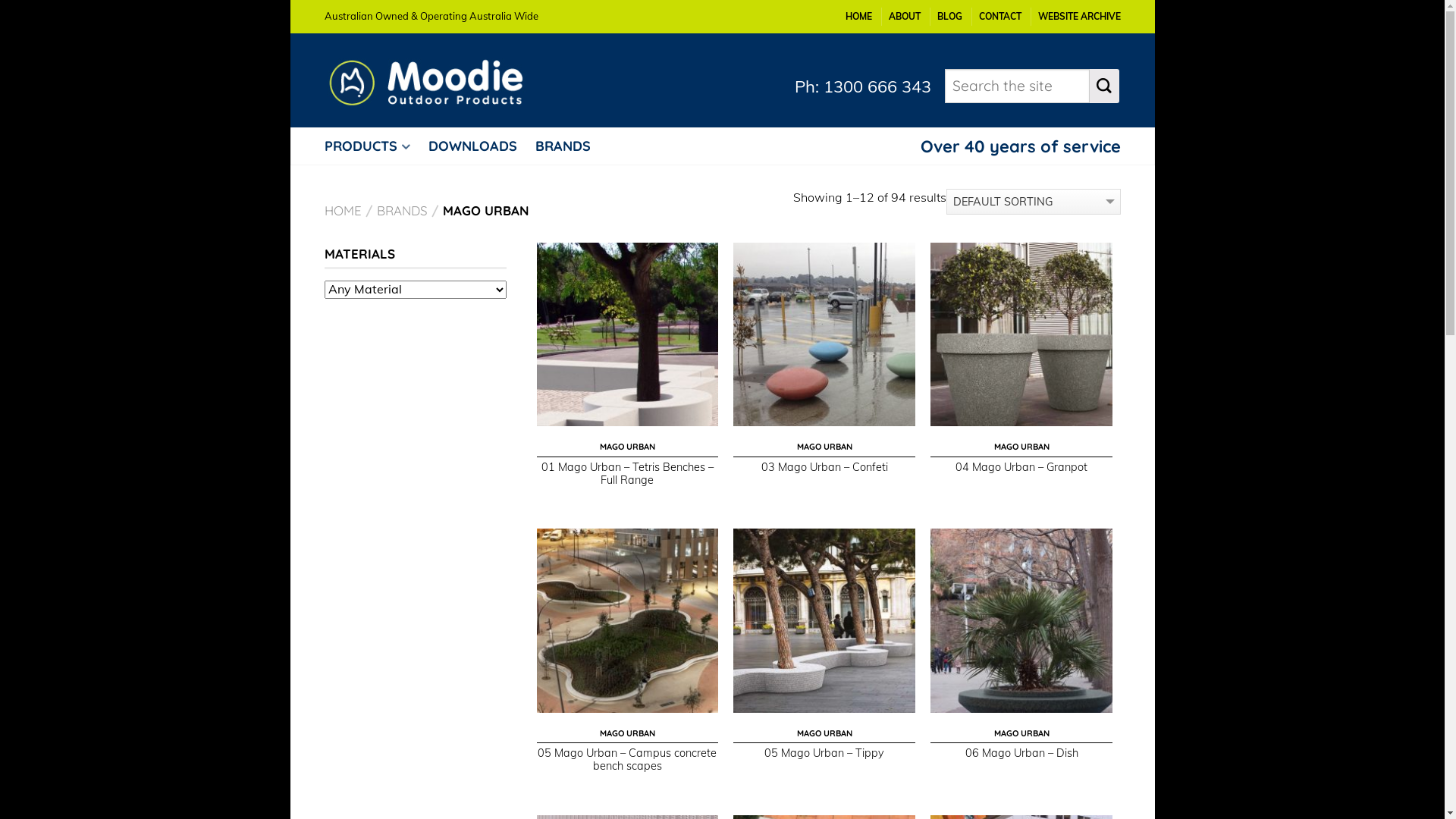 The width and height of the screenshot is (1456, 819). I want to click on 'BRANDS', so click(570, 146).